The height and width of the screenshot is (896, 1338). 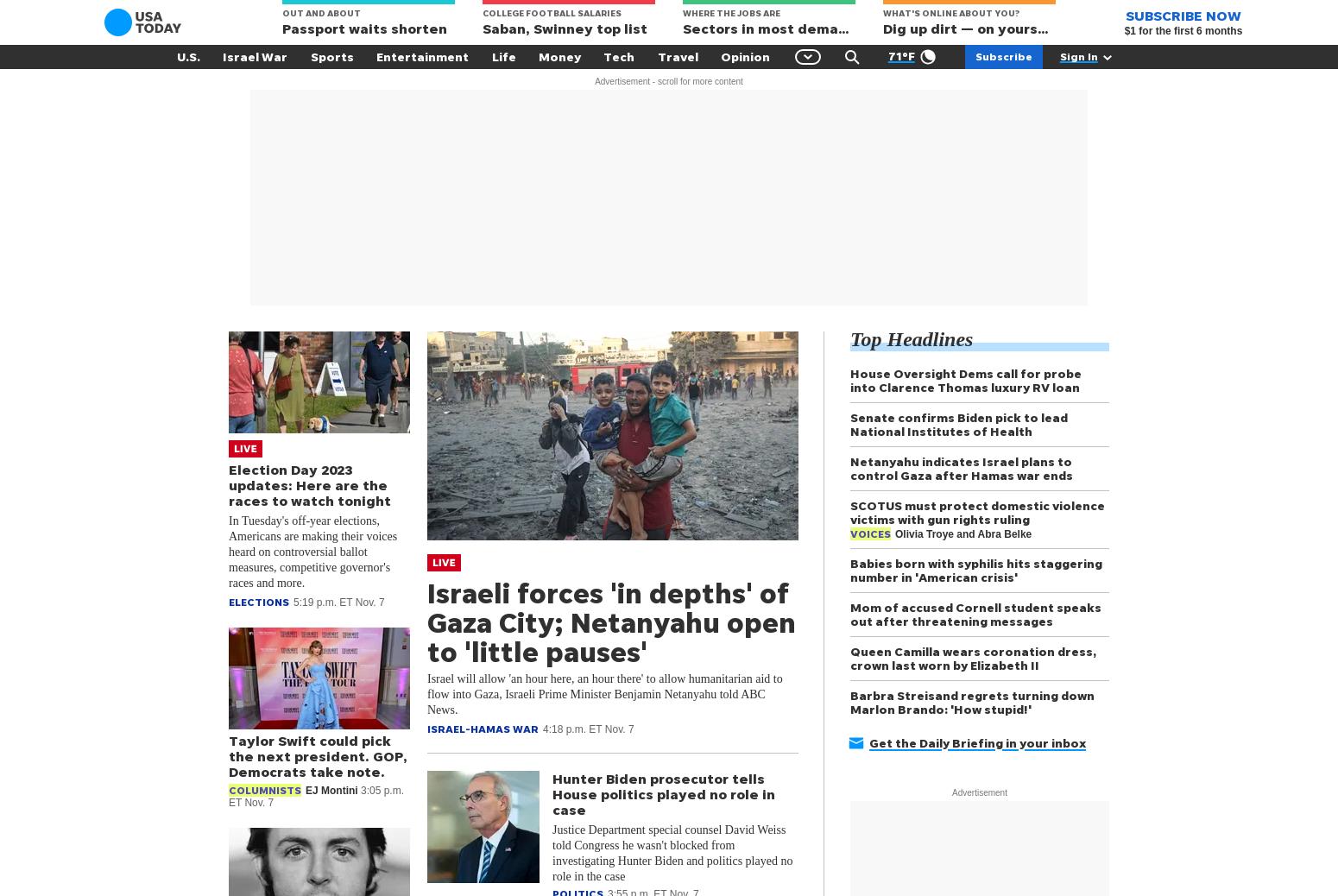 I want to click on 'Israeli forces 'in depths' of Gaza City; Netanyahu open to 'little pauses'', so click(x=611, y=621).